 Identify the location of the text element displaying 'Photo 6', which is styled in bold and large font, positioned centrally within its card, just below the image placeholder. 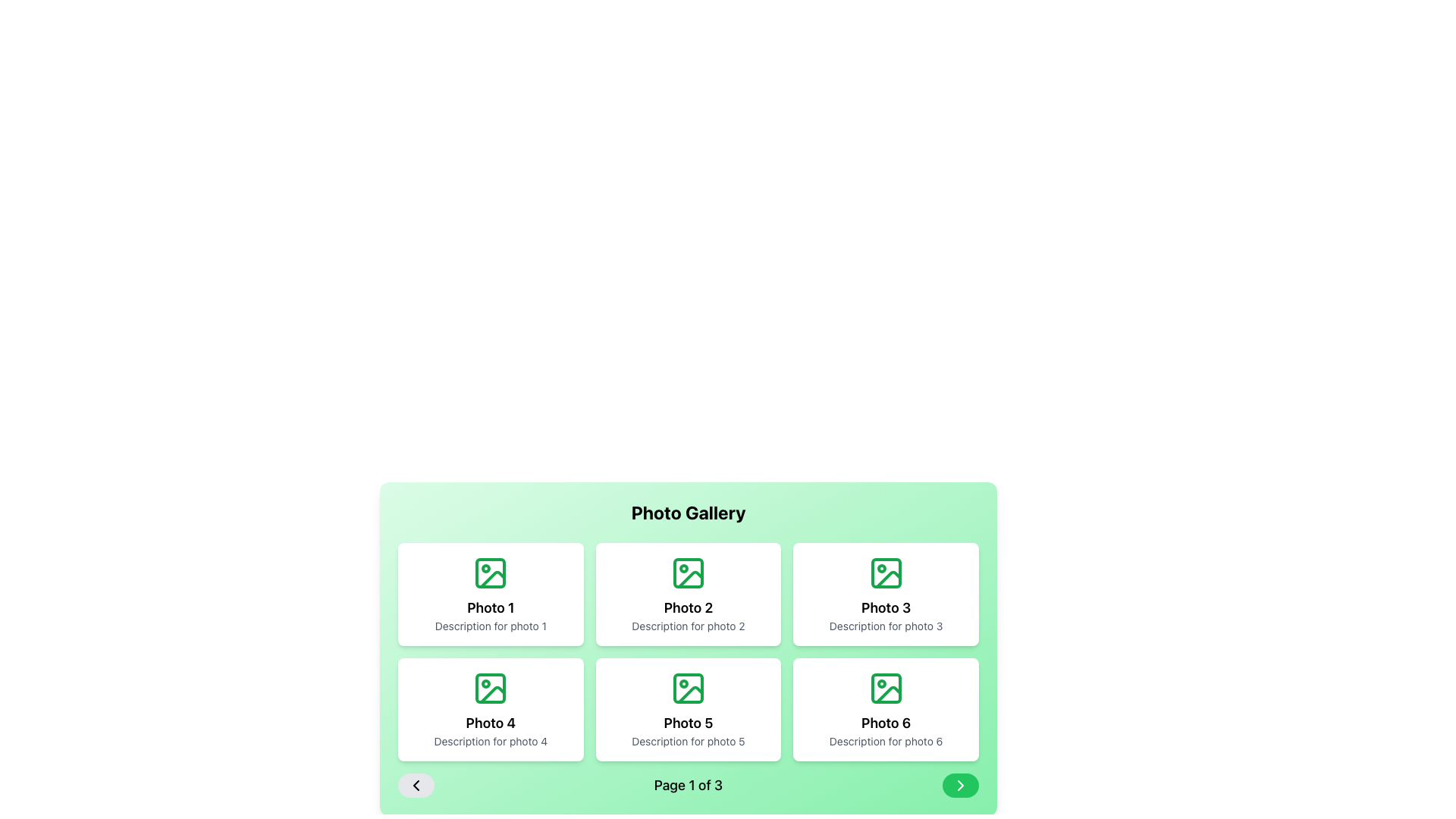
(886, 722).